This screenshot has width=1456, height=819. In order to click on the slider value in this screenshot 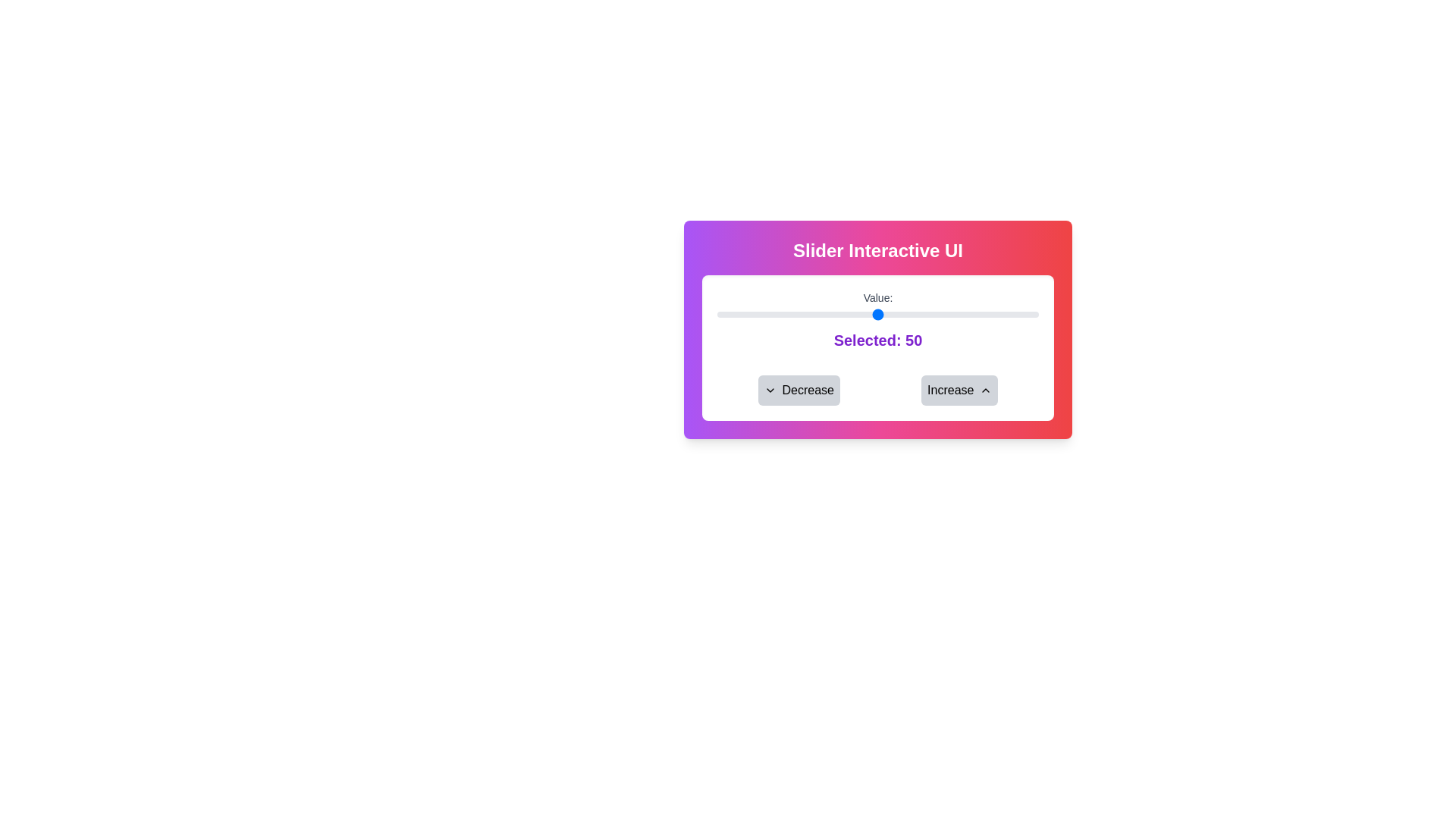, I will do `click(845, 314)`.